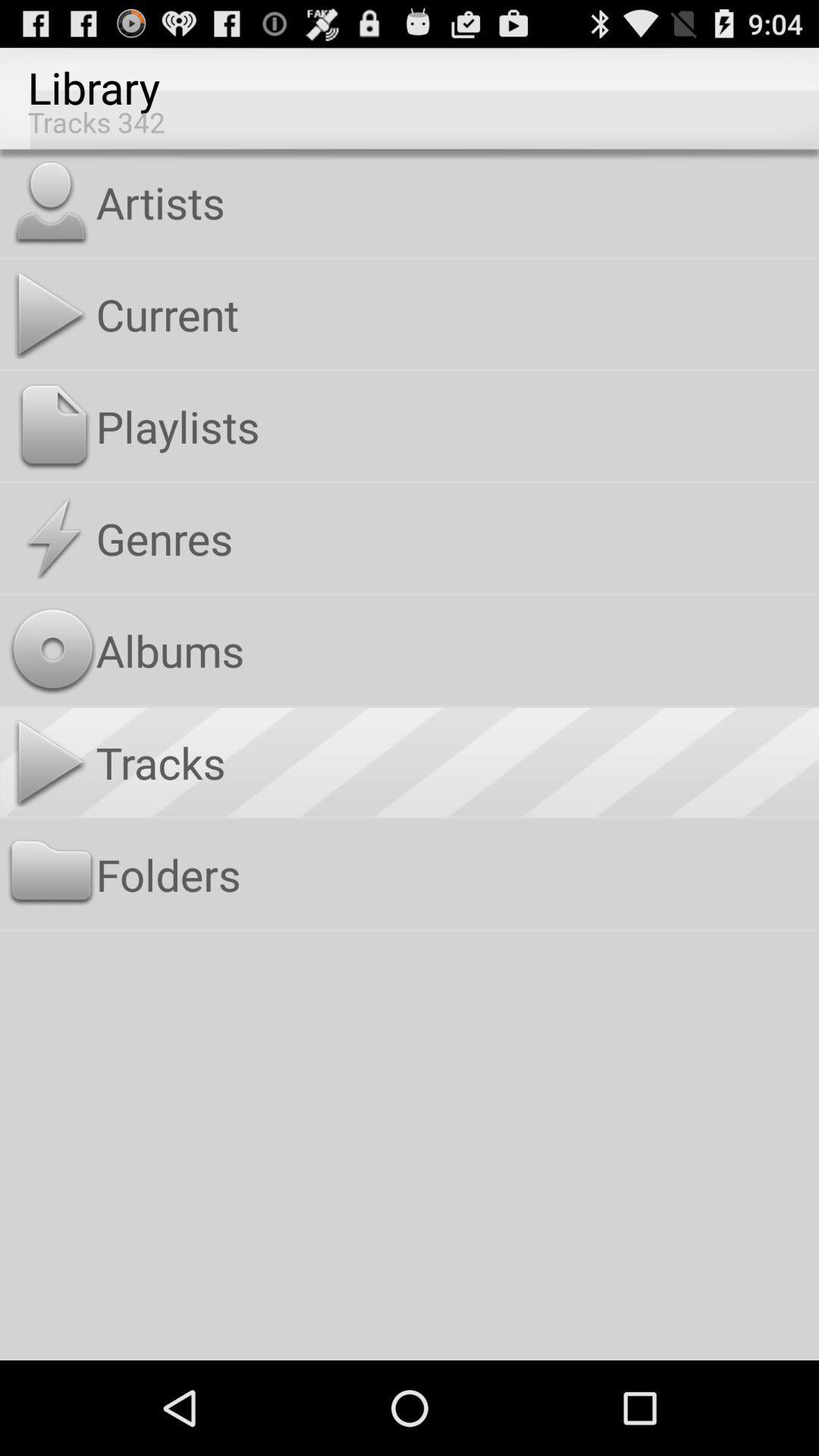 This screenshot has height=1456, width=819. I want to click on playlists, so click(453, 425).